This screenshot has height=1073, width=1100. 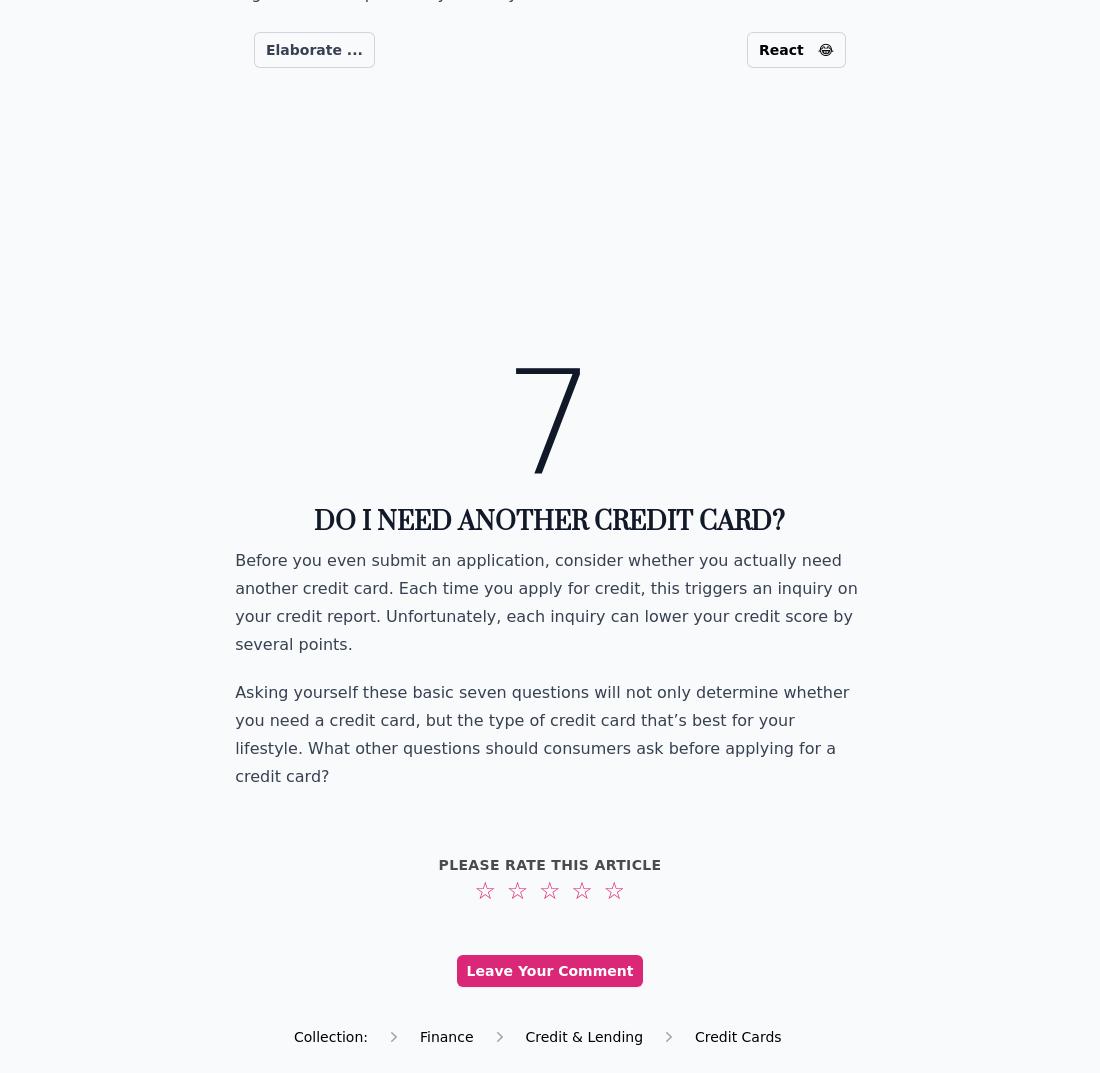 What do you see at coordinates (693, 1036) in the screenshot?
I see `'Credit Cards'` at bounding box center [693, 1036].